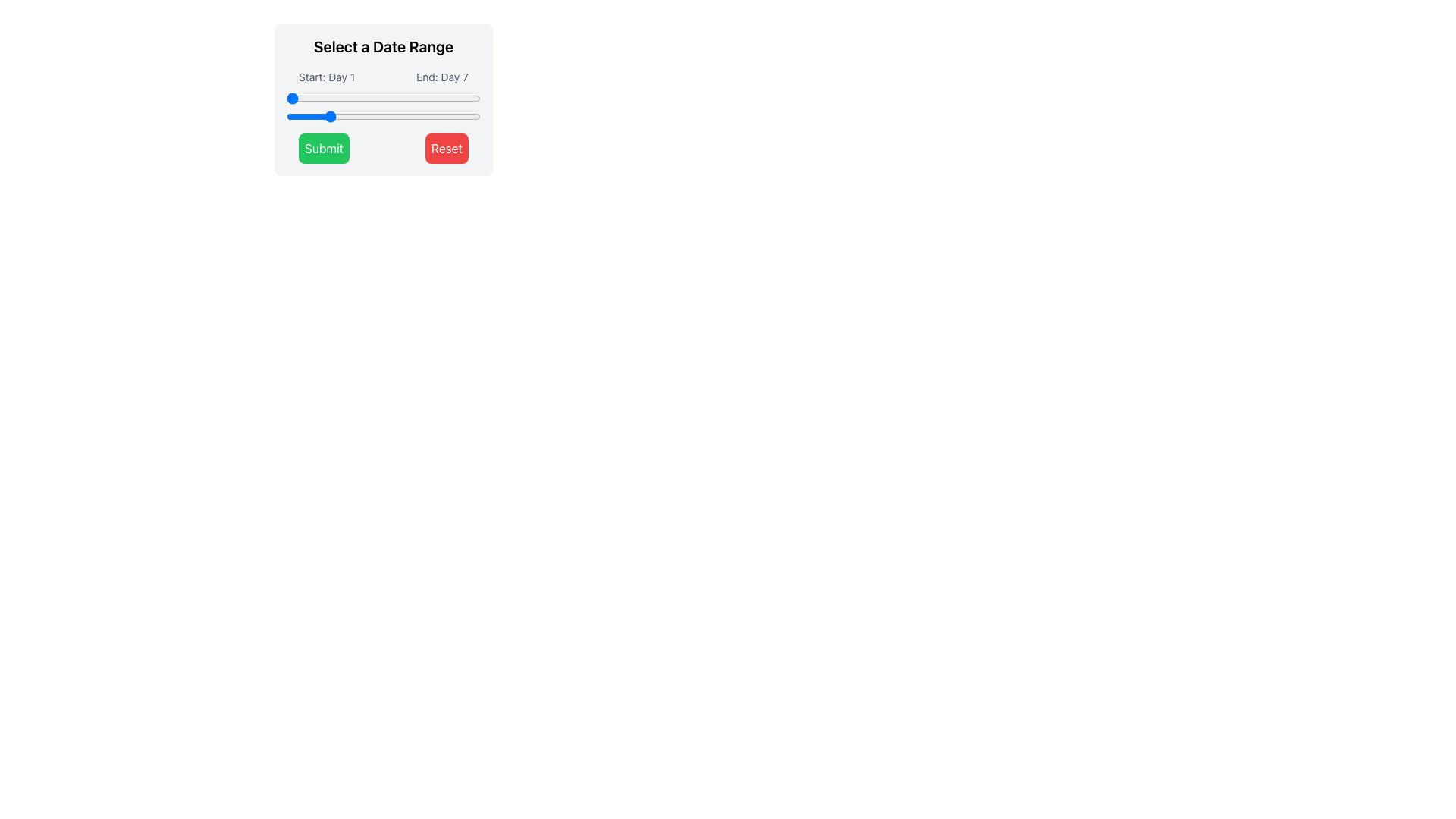  I want to click on the slider, so click(319, 99).